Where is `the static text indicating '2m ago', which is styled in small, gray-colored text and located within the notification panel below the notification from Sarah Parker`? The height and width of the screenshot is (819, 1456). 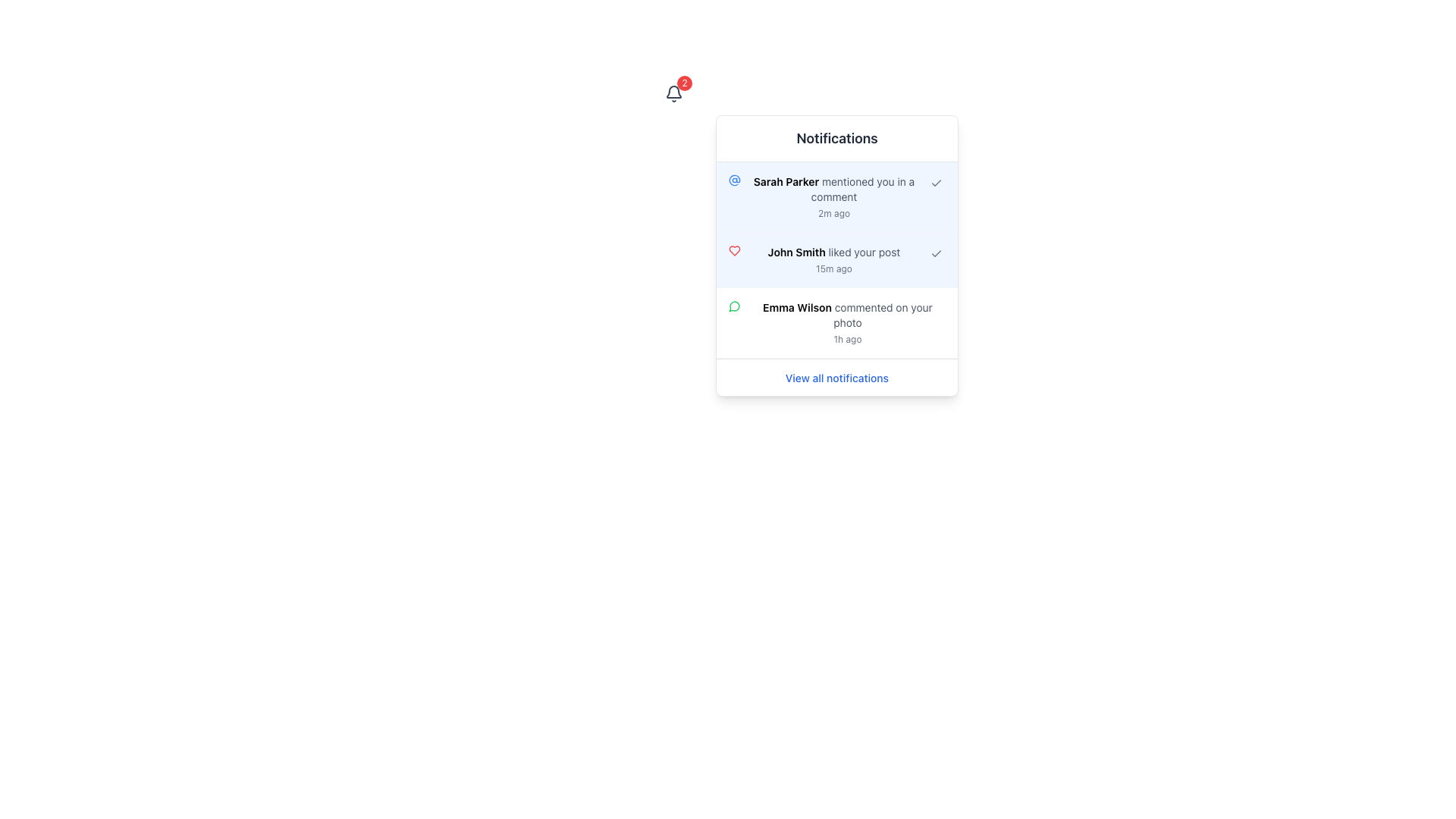 the static text indicating '2m ago', which is styled in small, gray-colored text and located within the notification panel below the notification from Sarah Parker is located at coordinates (833, 213).